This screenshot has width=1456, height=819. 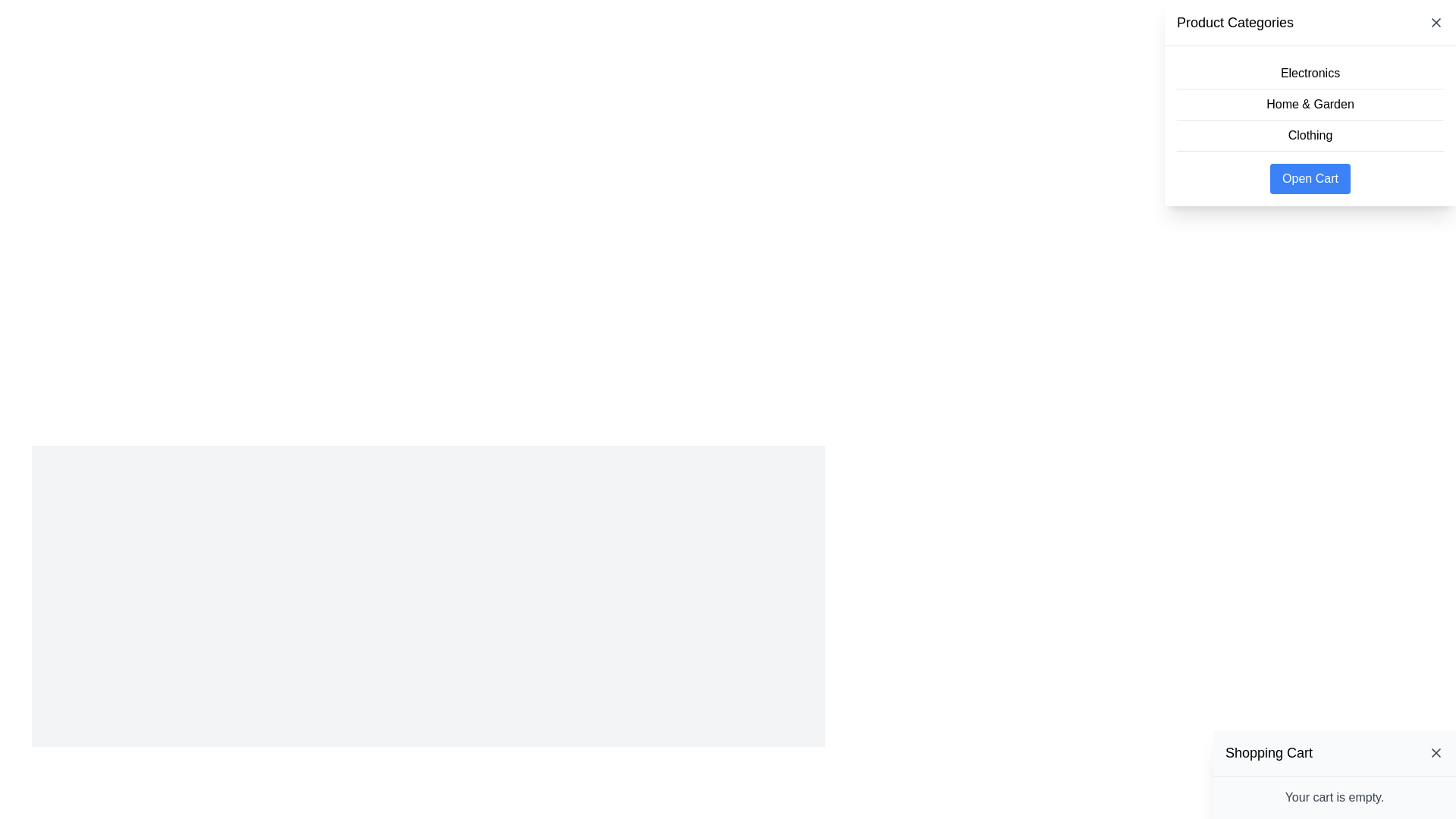 What do you see at coordinates (1310, 104) in the screenshot?
I see `the text label element reading 'Home & Garden', which is the second item in the 'Product Categories' menu` at bounding box center [1310, 104].